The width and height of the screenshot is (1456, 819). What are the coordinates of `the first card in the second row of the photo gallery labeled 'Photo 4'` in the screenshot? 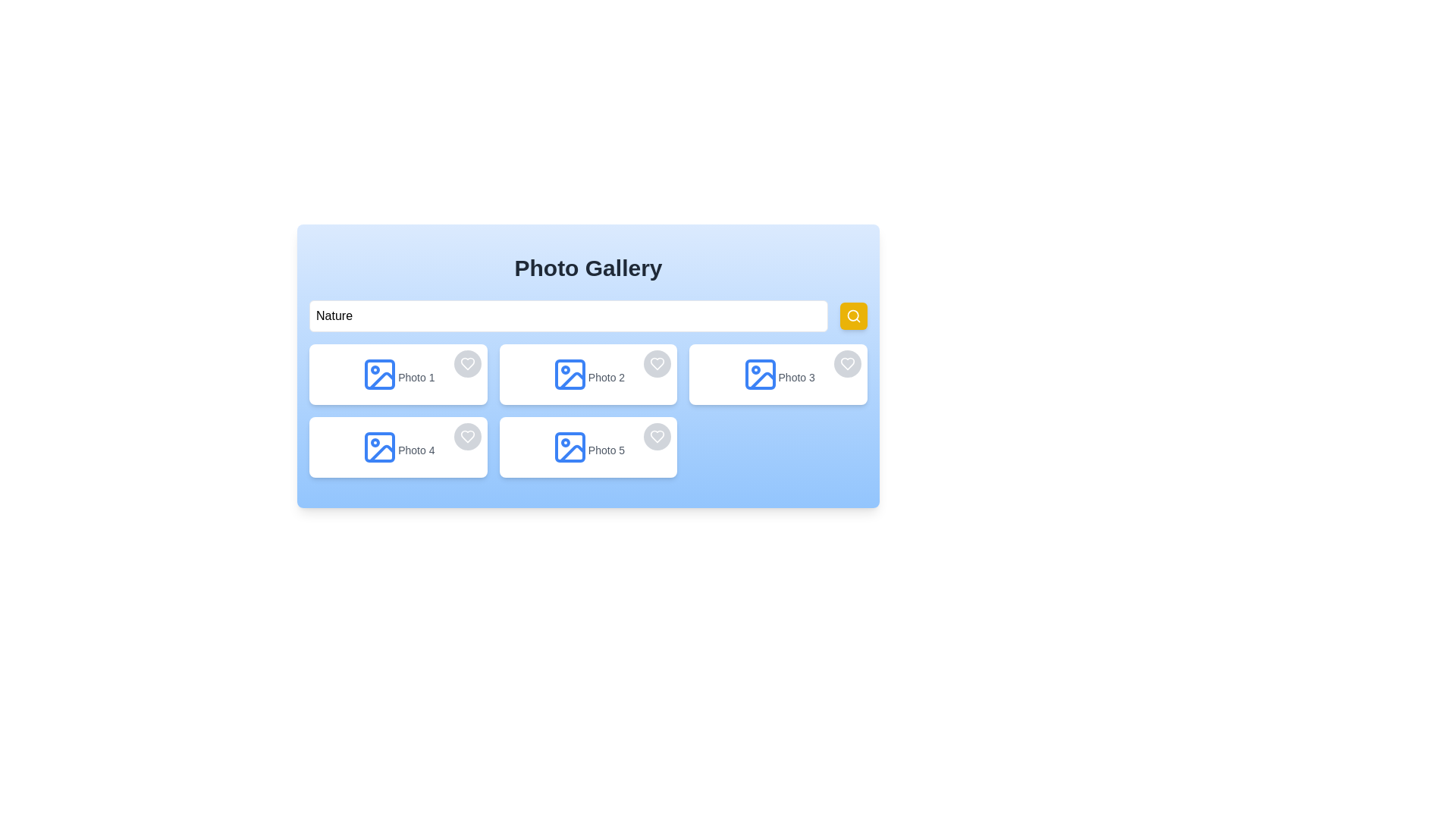 It's located at (398, 447).